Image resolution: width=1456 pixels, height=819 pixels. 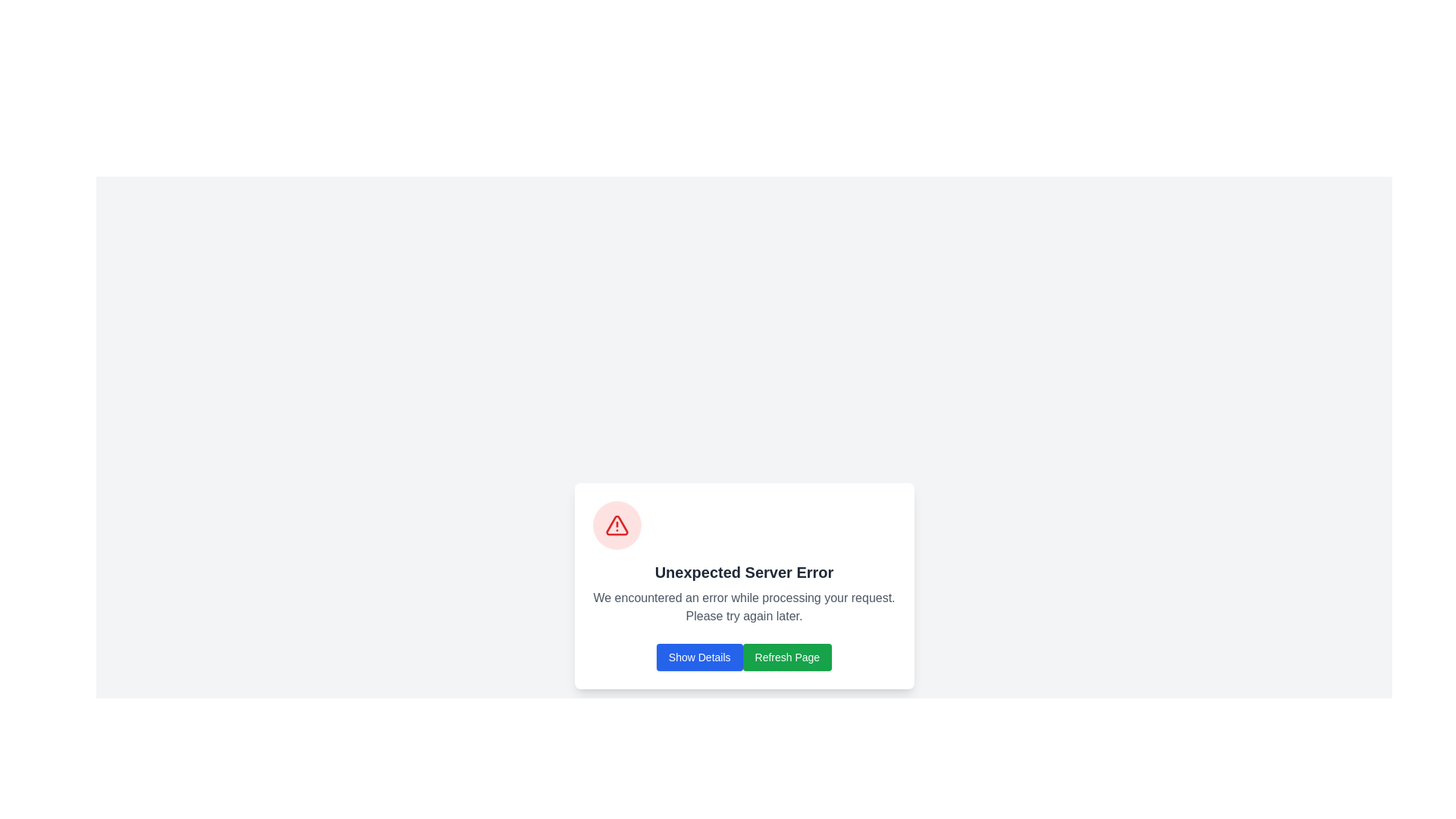 What do you see at coordinates (786, 657) in the screenshot?
I see `the 'Refresh Page' button, which is a green rectangular button with rounded corners located to the right of the 'Show Details' button in the dialog box` at bounding box center [786, 657].